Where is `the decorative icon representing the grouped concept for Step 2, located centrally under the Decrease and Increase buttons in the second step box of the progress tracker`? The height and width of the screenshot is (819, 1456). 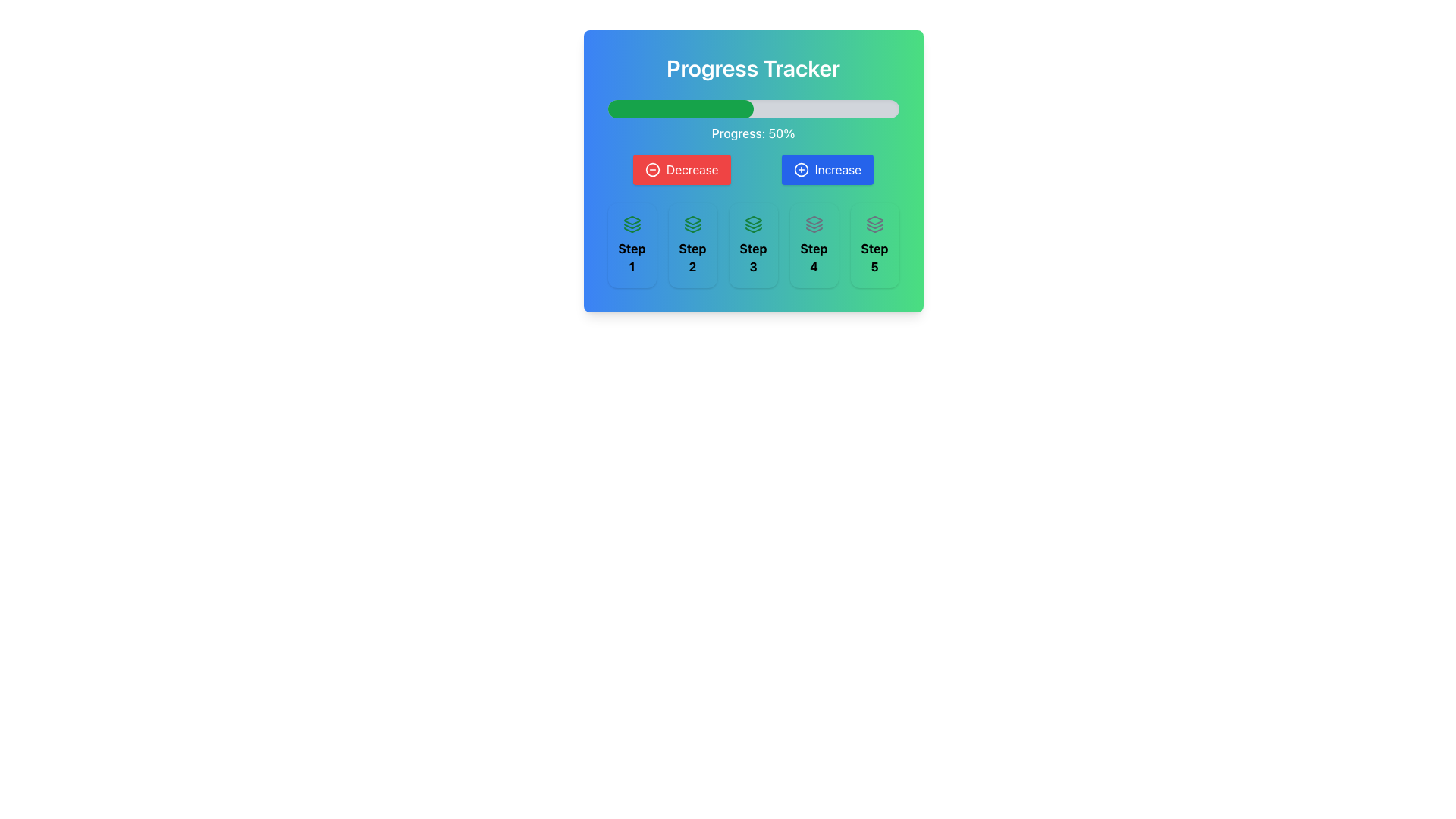 the decorative icon representing the grouped concept for Step 2, located centrally under the Decrease and Increase buttons in the second step box of the progress tracker is located at coordinates (692, 220).